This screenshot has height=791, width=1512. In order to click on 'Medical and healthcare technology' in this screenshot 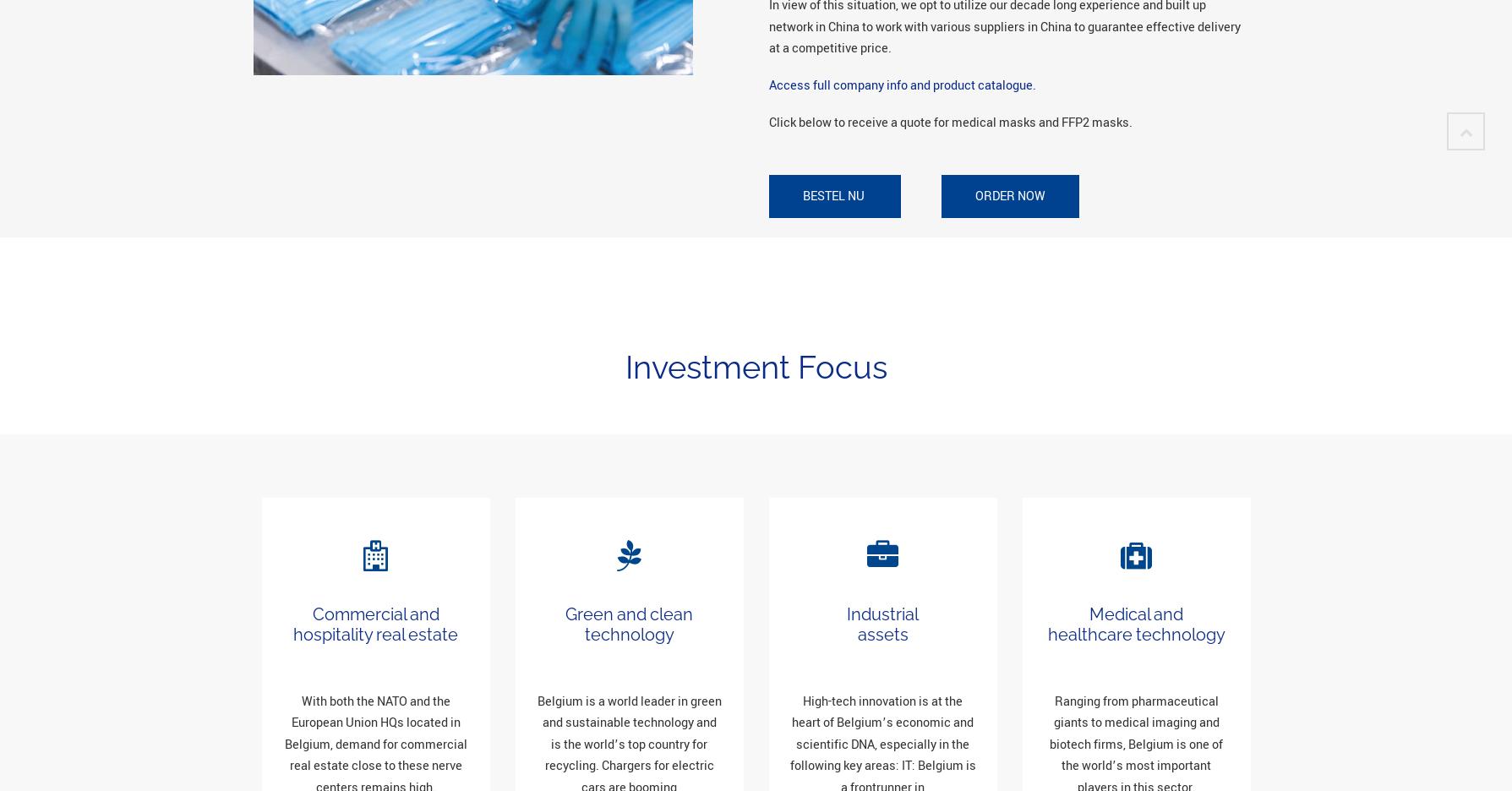, I will do `click(1136, 623)`.